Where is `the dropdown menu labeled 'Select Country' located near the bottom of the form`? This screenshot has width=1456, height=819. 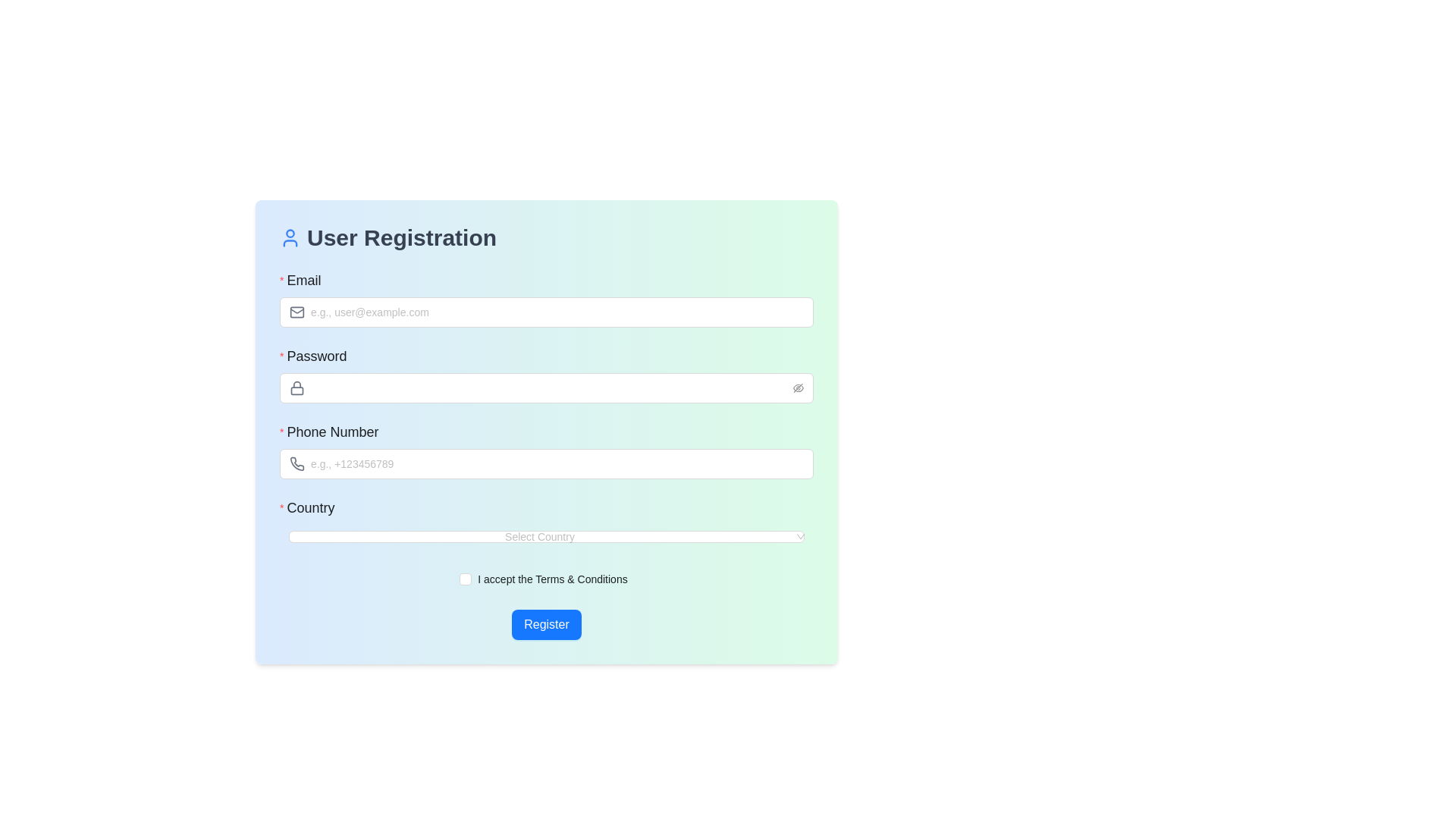
the dropdown menu labeled 'Select Country' located near the bottom of the form is located at coordinates (546, 536).